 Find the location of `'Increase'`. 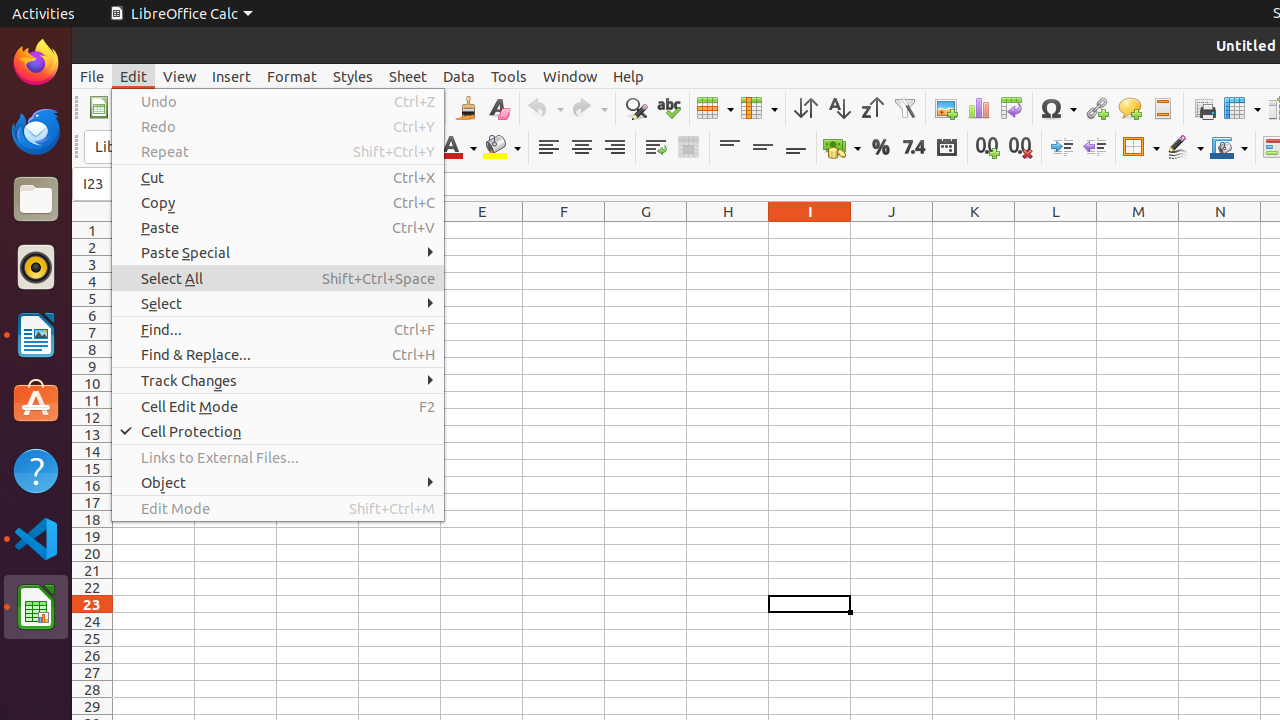

'Increase' is located at coordinates (1060, 146).